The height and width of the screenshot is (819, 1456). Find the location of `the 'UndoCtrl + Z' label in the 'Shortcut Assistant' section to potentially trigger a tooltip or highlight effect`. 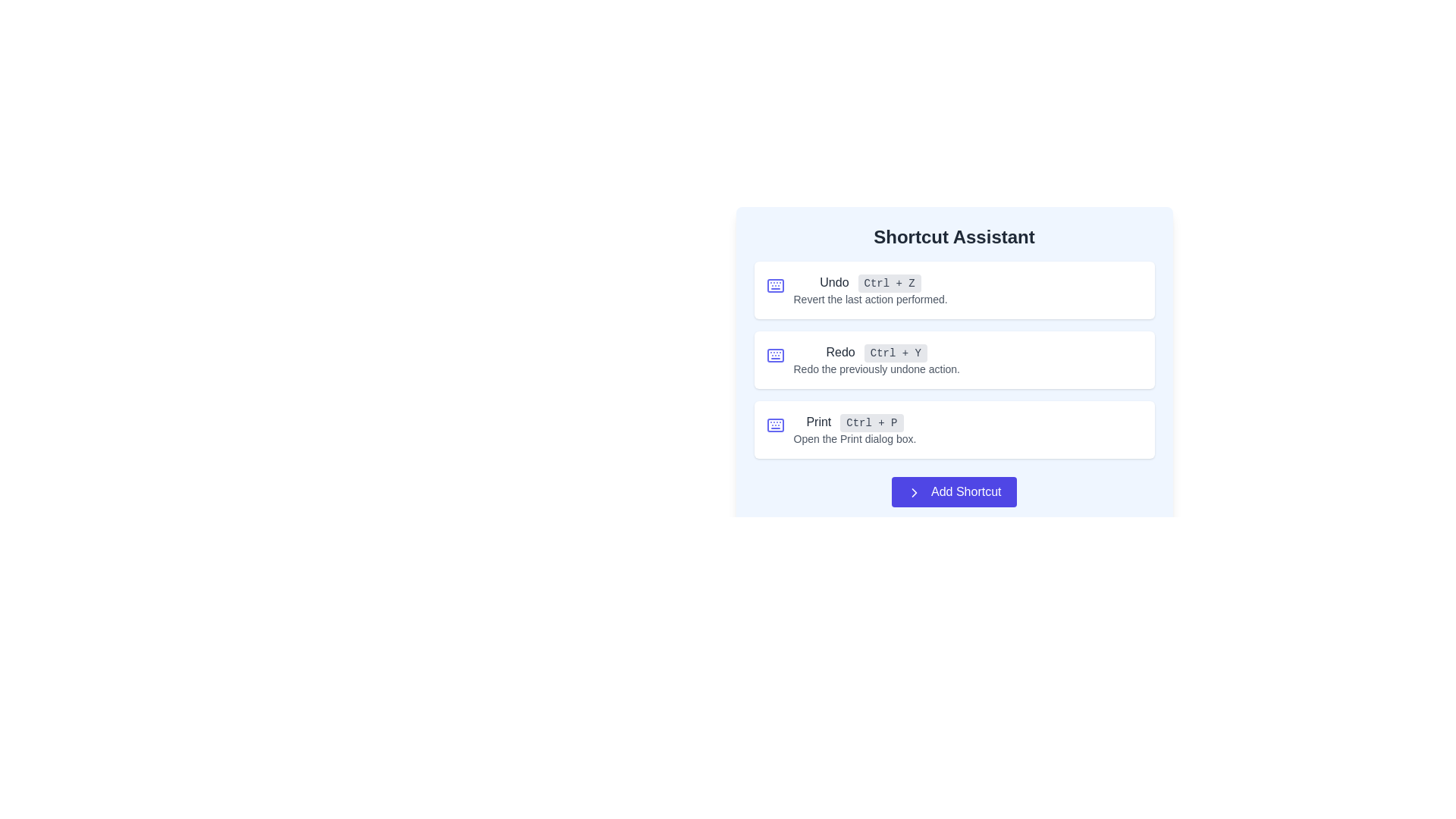

the 'UndoCtrl + Z' label in the 'Shortcut Assistant' section to potentially trigger a tooltip or highlight effect is located at coordinates (870, 283).